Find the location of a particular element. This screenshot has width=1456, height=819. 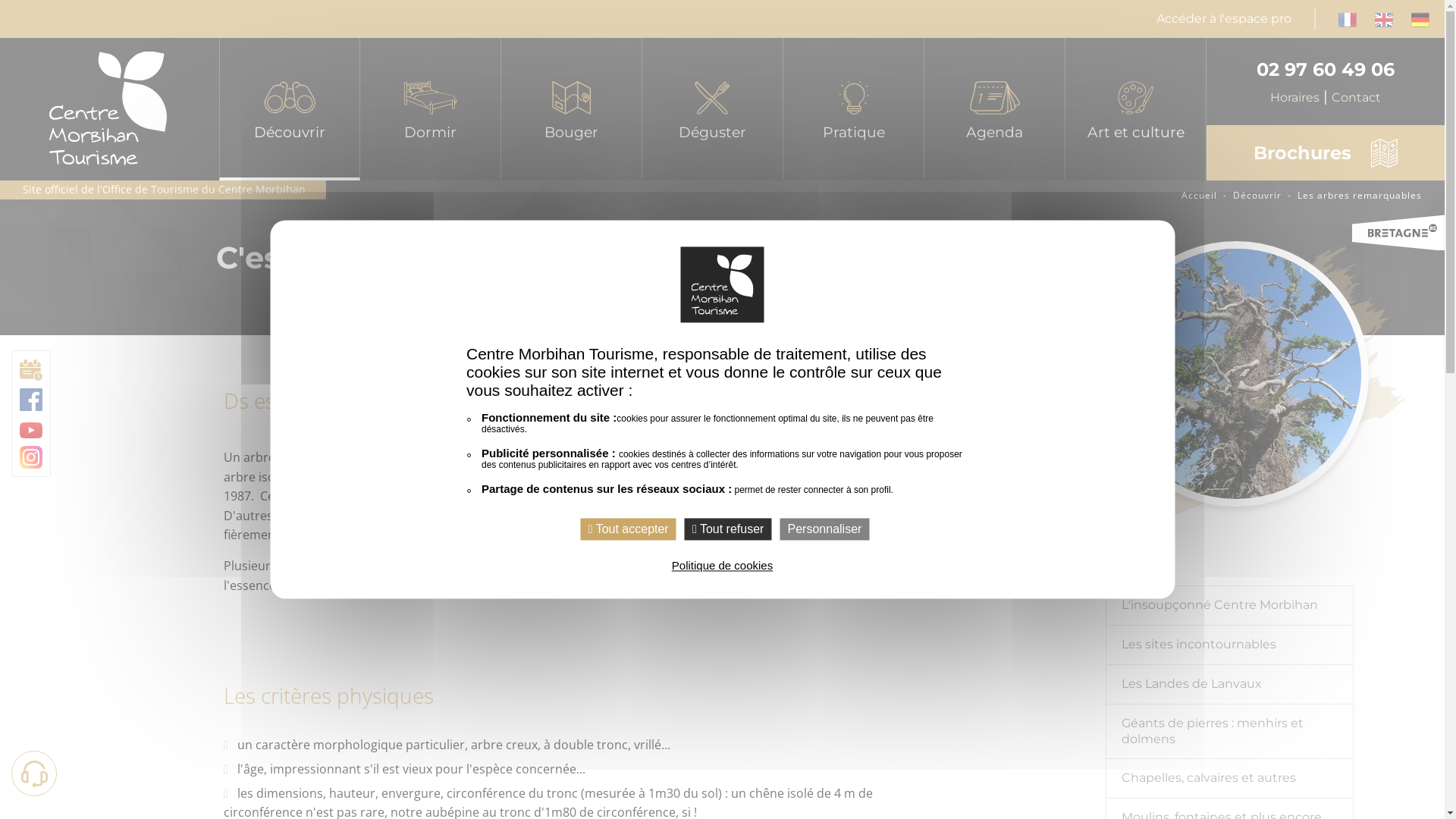

'German' is located at coordinates (1419, 17).